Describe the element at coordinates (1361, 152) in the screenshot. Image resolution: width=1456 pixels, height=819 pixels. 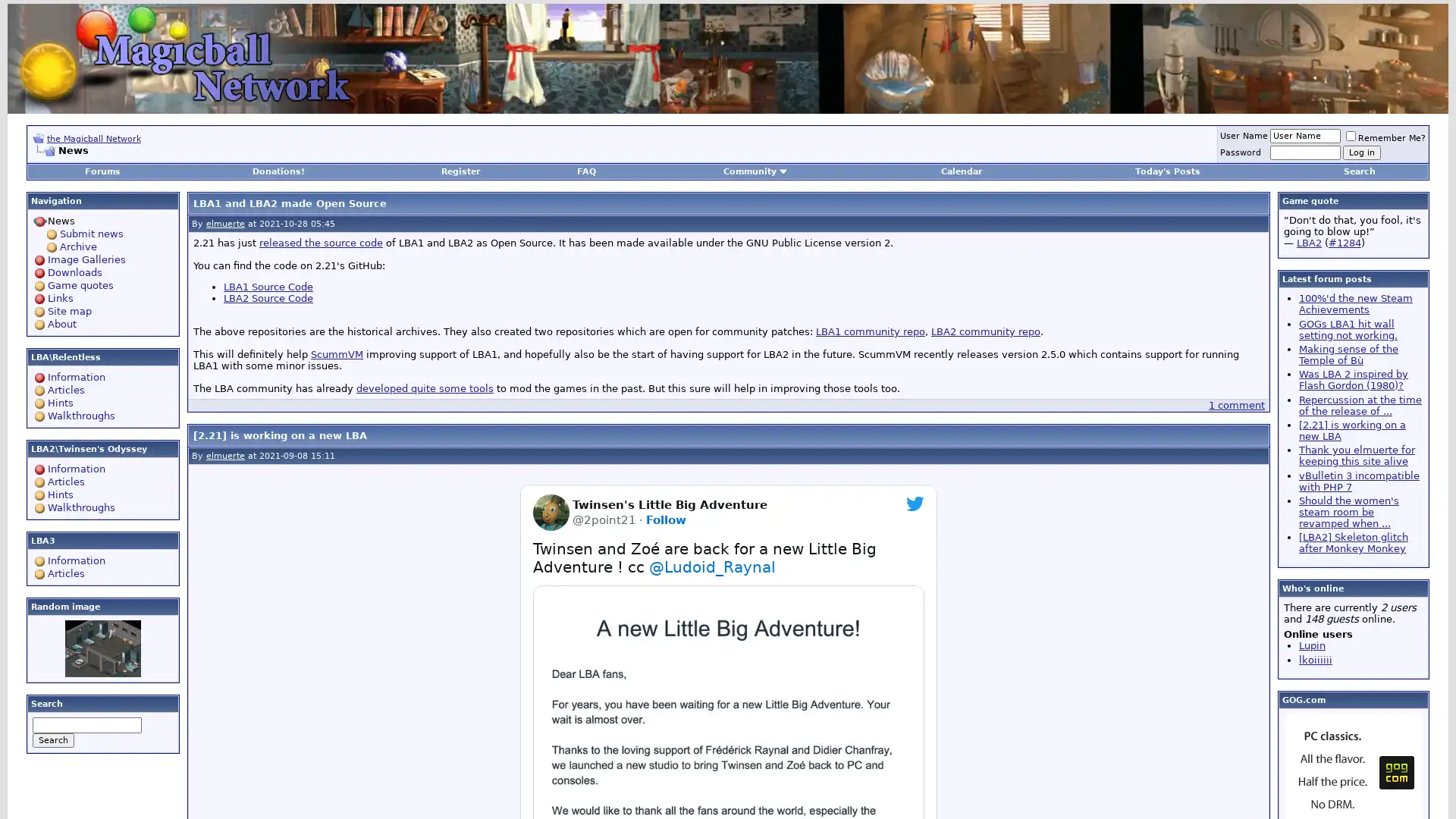
I see `Log in` at that location.